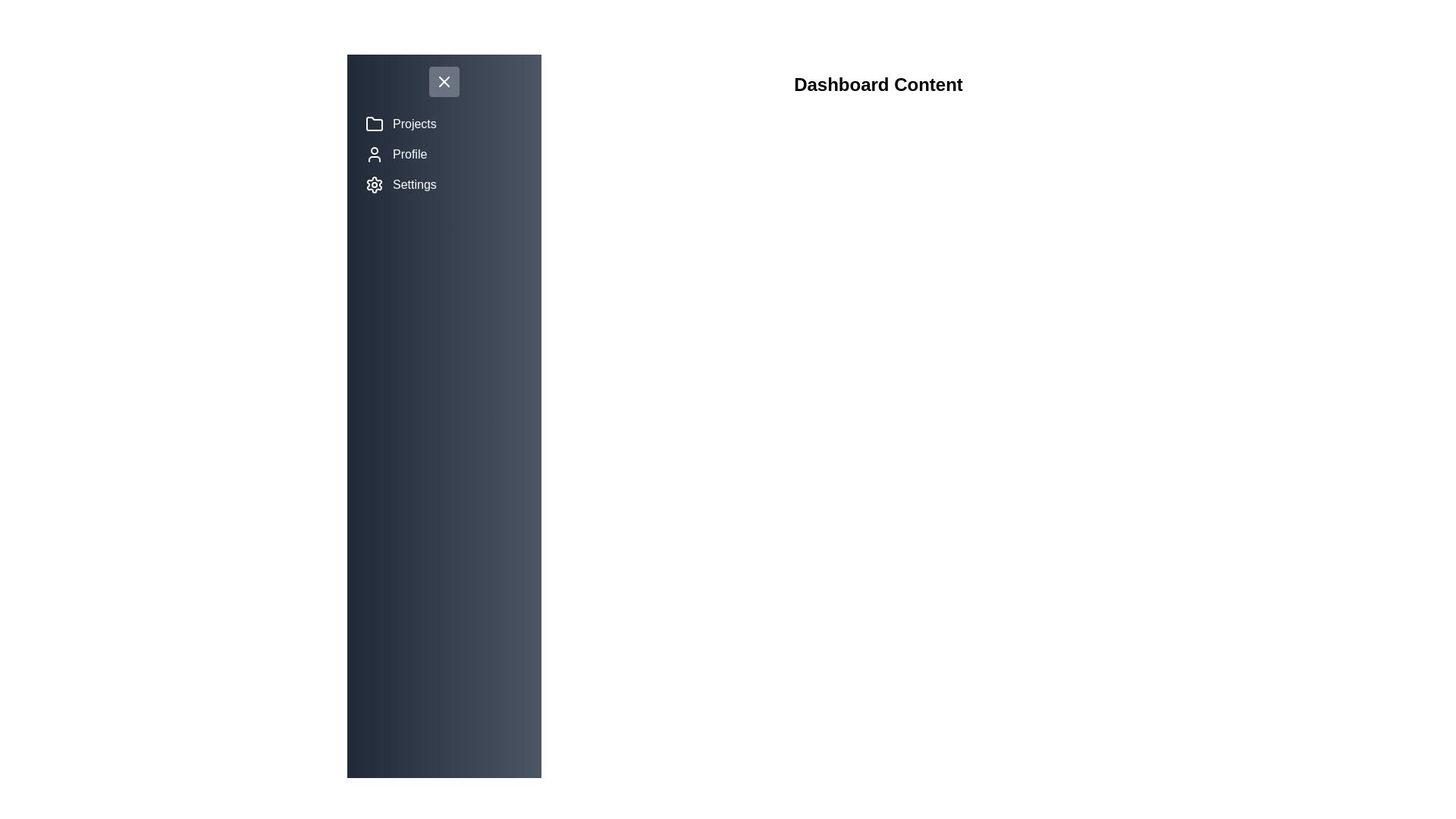  I want to click on the menu item Projects to navigate, so click(443, 124).